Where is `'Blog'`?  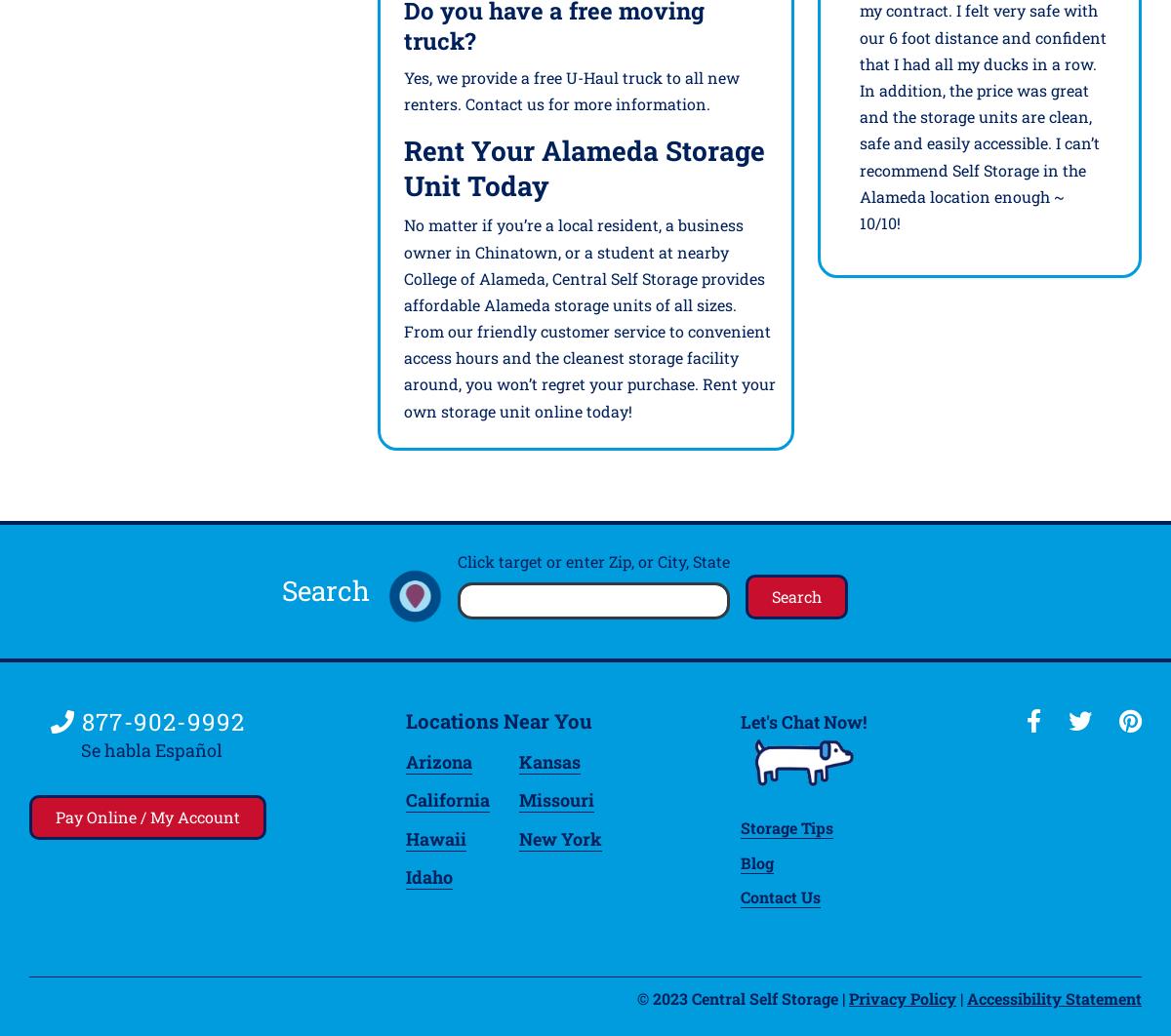
'Blog' is located at coordinates (756, 860).